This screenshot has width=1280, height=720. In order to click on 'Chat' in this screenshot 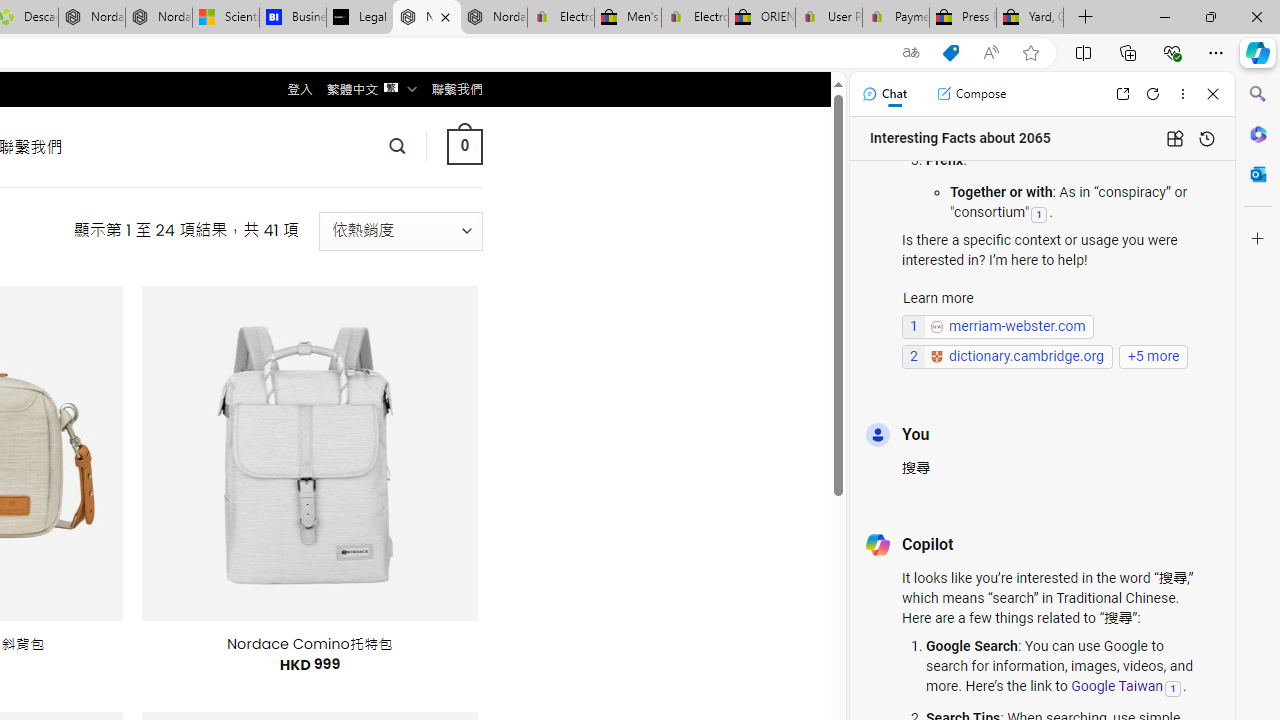, I will do `click(883, 93)`.